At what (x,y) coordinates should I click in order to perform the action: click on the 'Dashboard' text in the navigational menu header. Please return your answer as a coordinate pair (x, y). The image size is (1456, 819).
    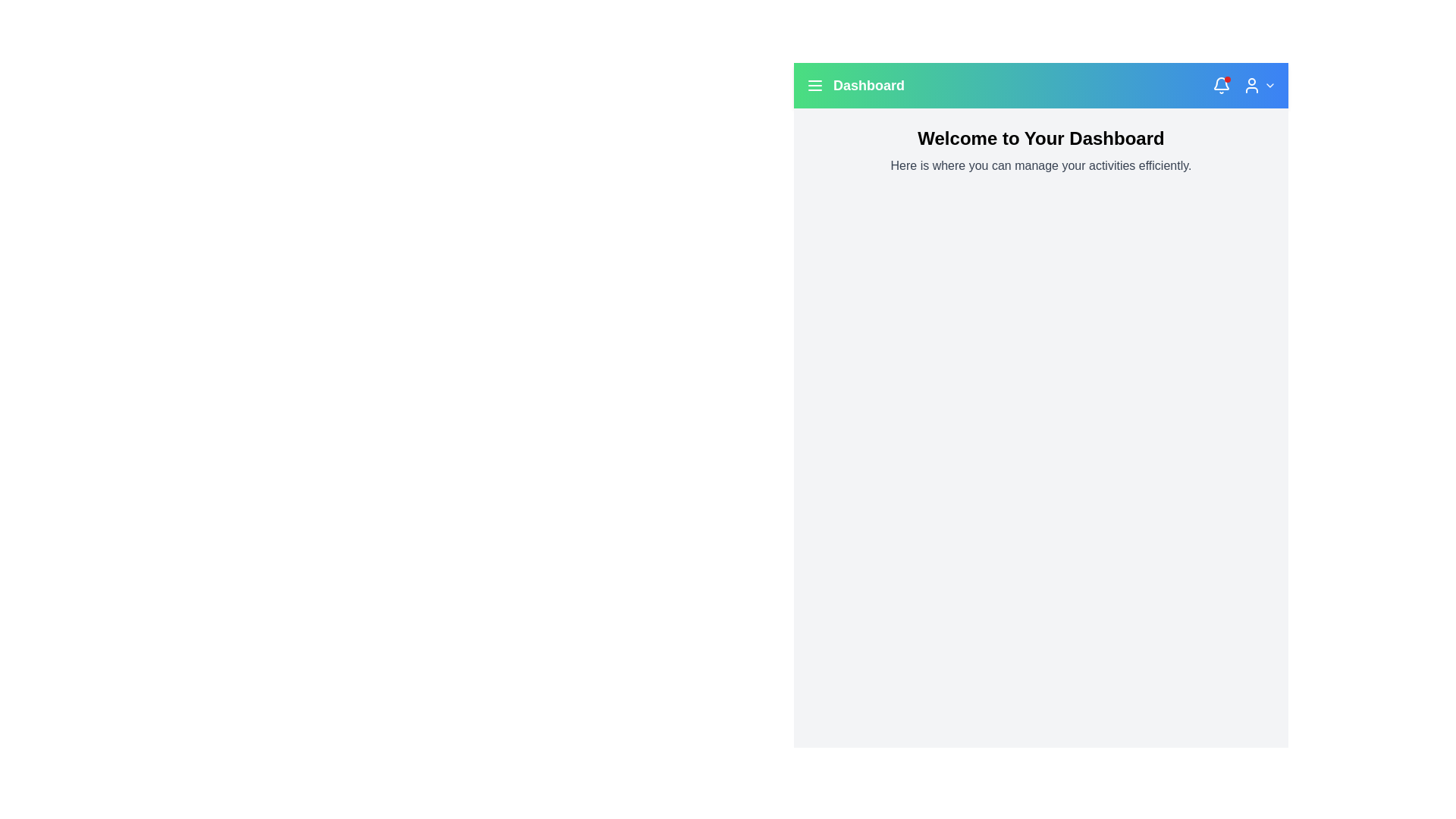
    Looking at the image, I should click on (855, 85).